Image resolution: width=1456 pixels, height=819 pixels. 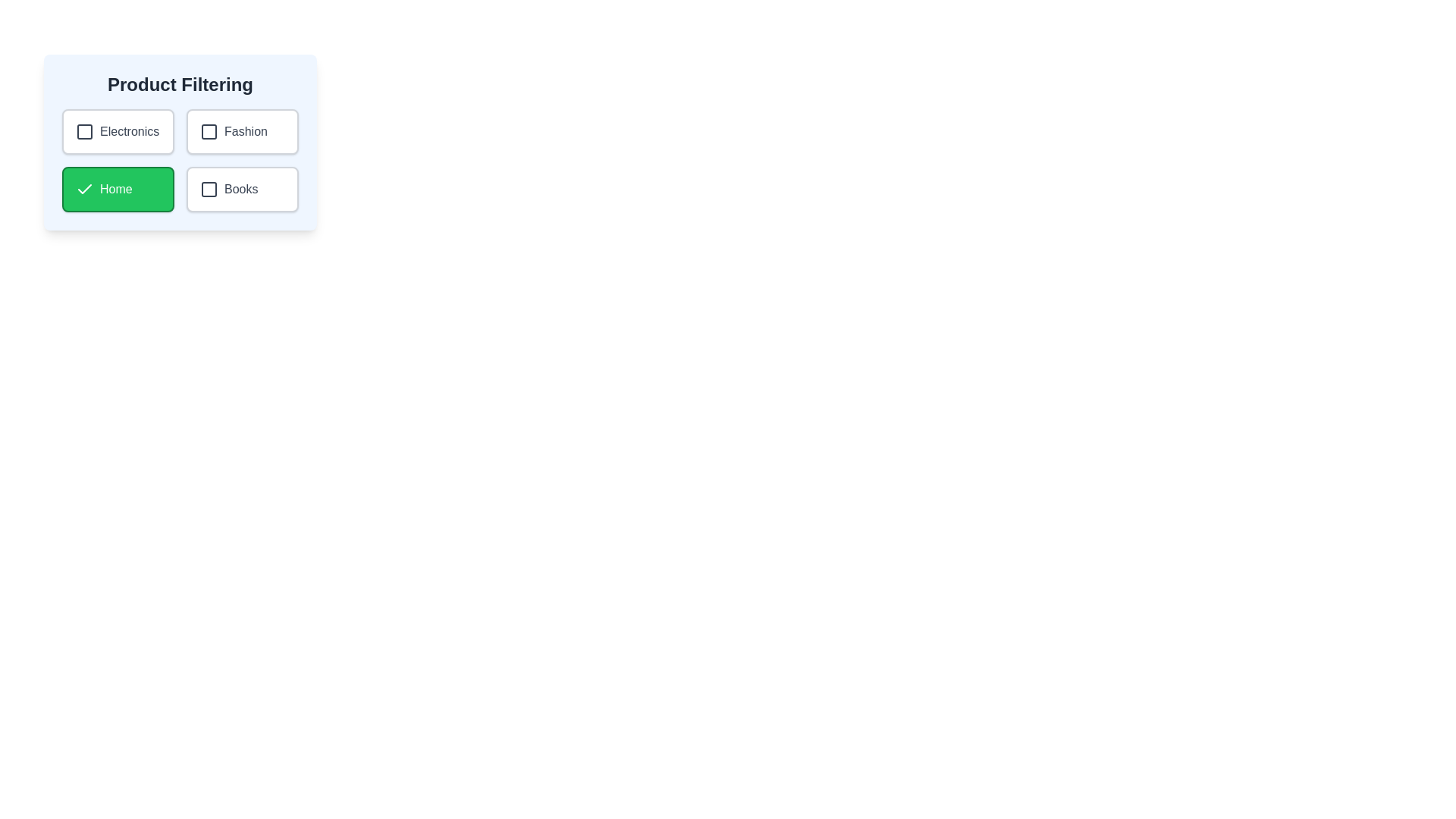 I want to click on the text 'Home' to select it, so click(x=118, y=189).